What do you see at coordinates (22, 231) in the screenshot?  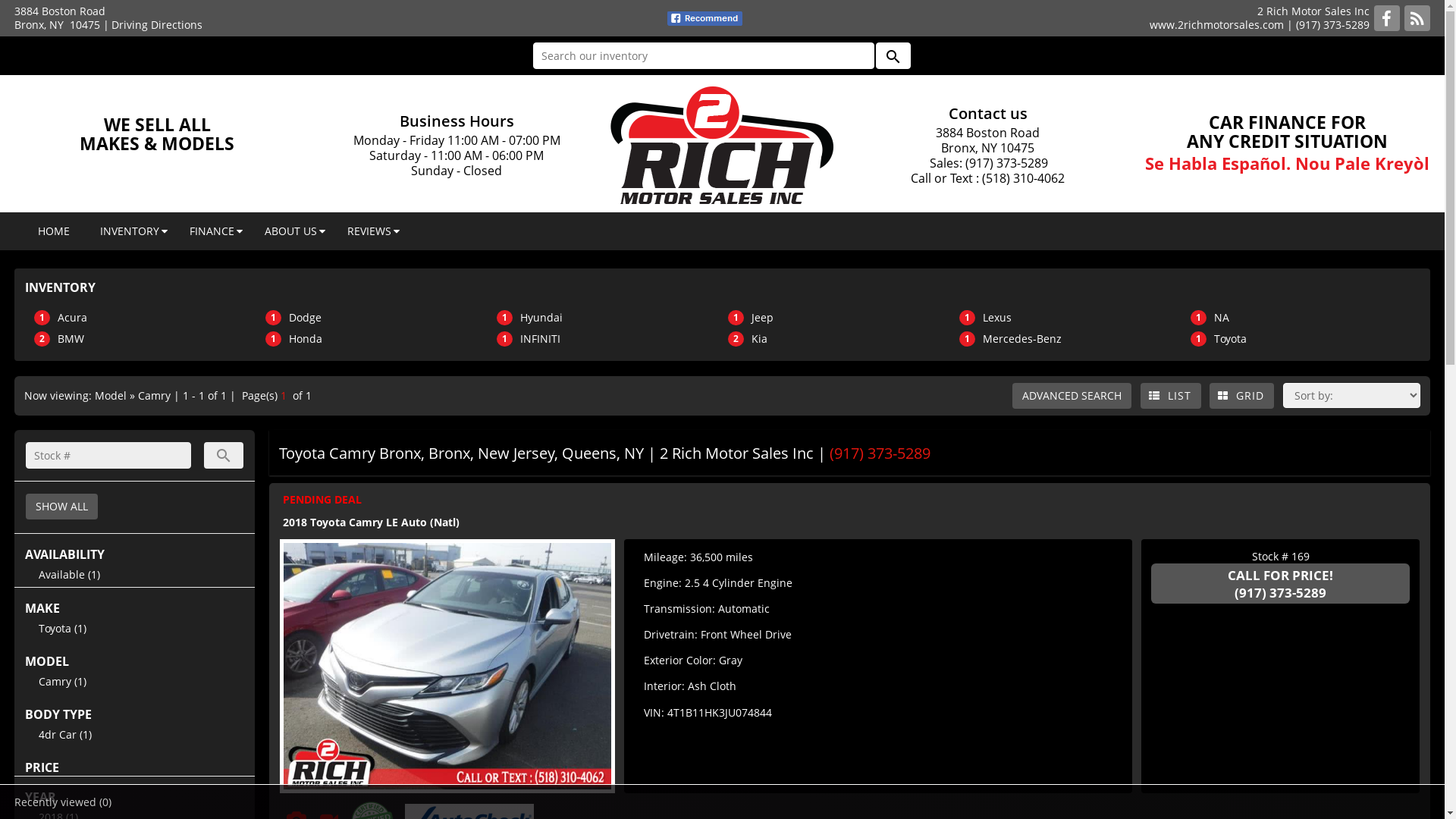 I see `'HOME'` at bounding box center [22, 231].